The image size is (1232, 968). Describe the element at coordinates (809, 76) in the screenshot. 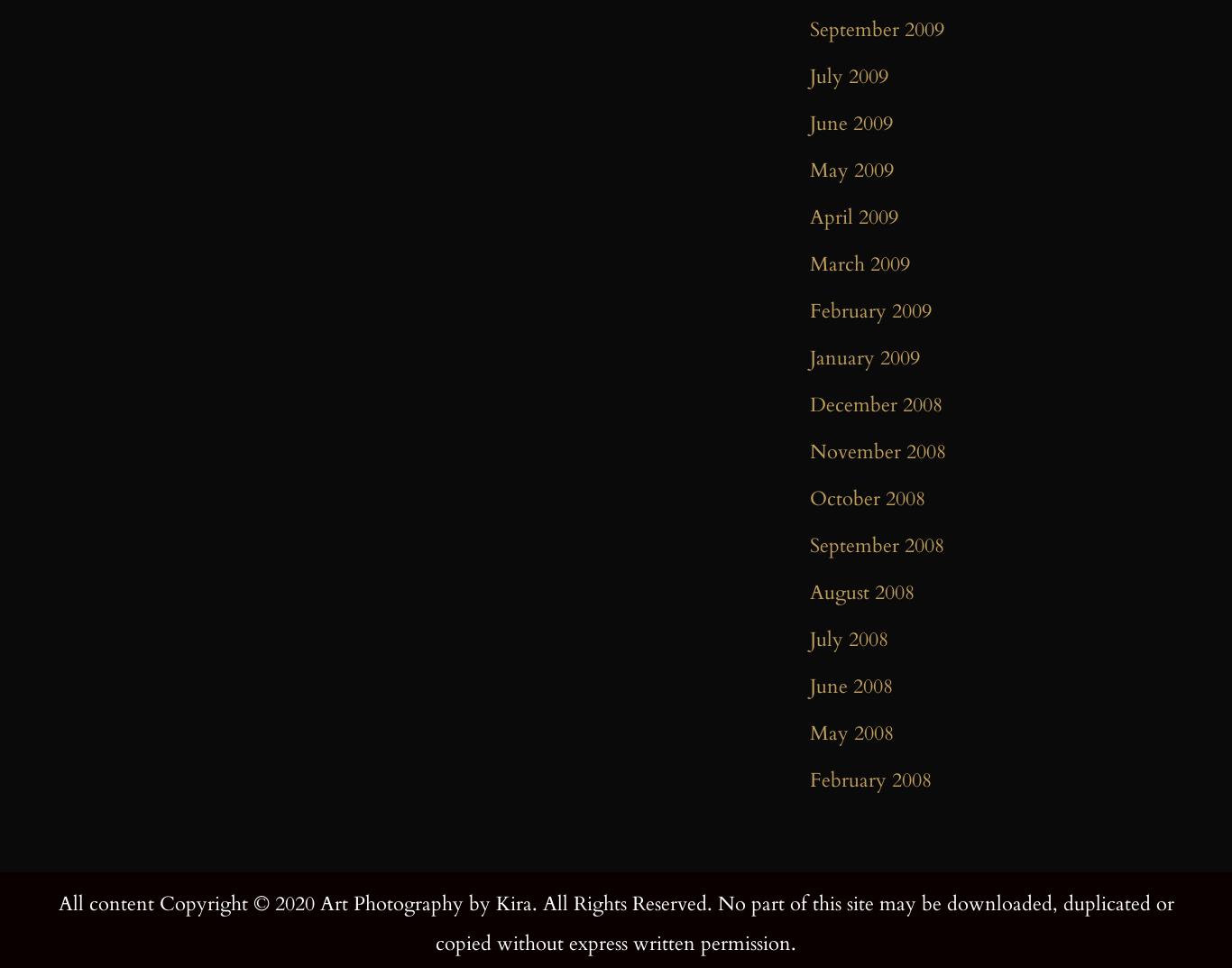

I see `'July 2009'` at that location.